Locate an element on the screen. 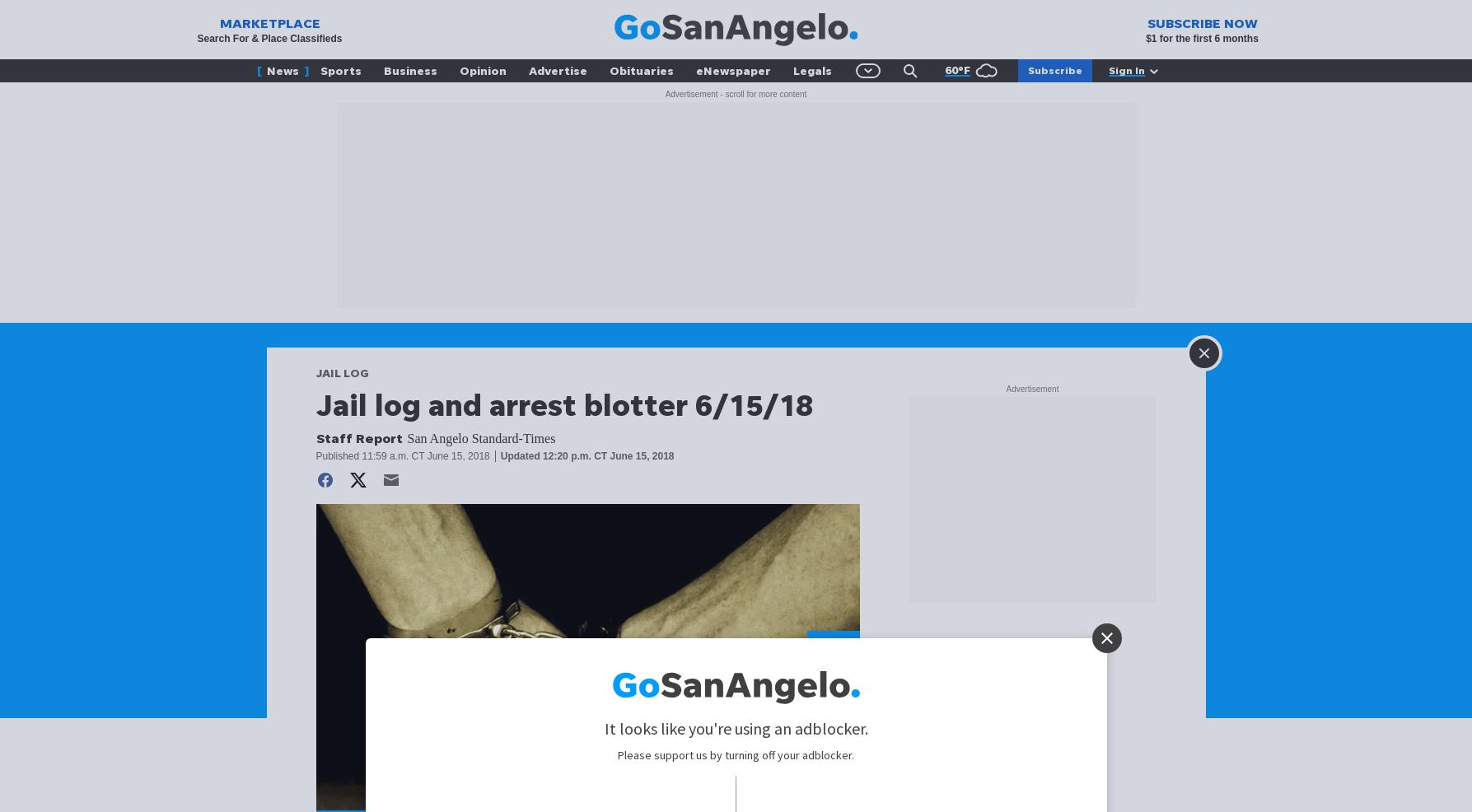  'Obituaries' is located at coordinates (641, 70).